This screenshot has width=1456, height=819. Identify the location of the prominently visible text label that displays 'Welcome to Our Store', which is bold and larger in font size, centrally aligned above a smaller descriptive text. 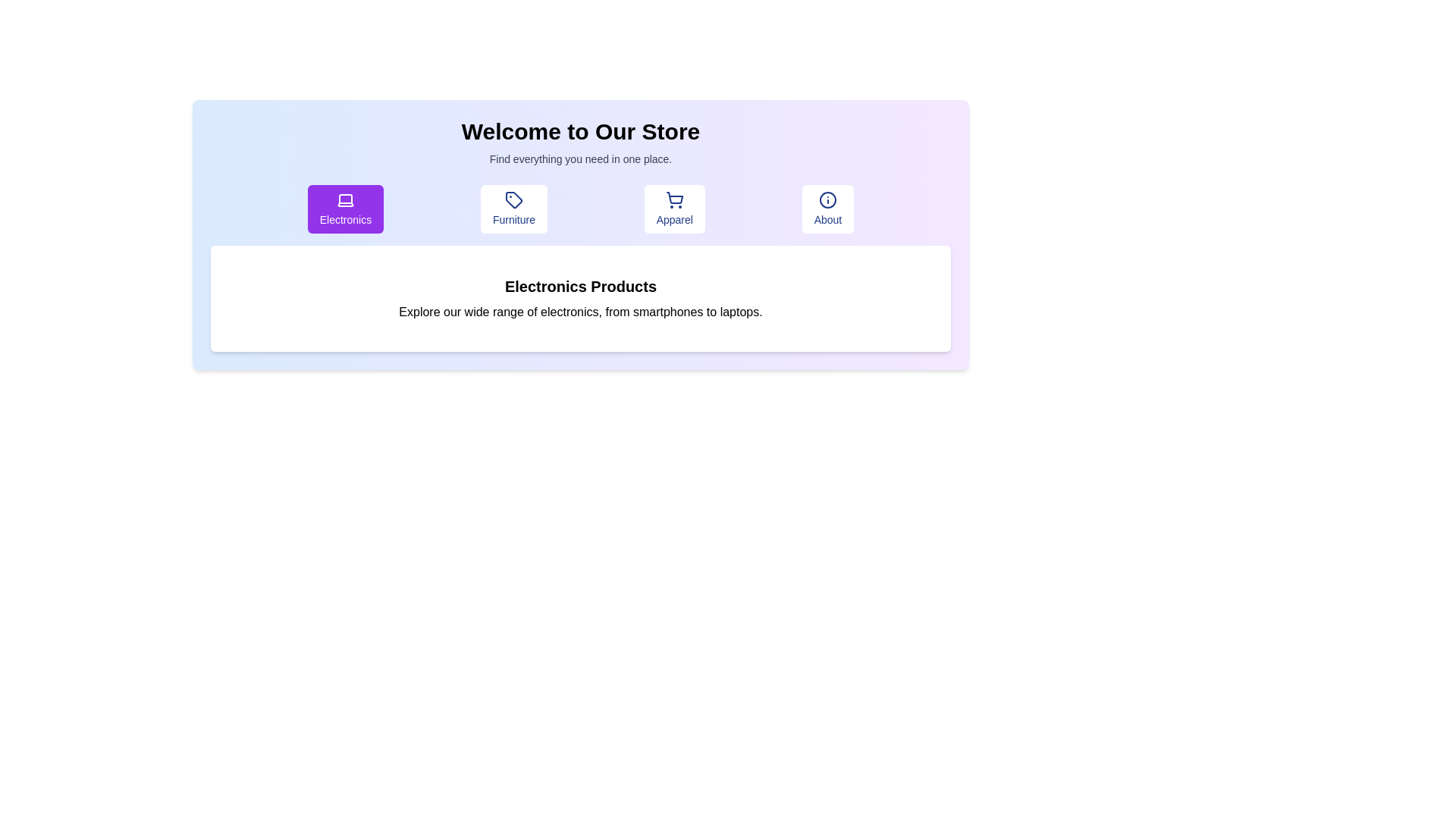
(580, 130).